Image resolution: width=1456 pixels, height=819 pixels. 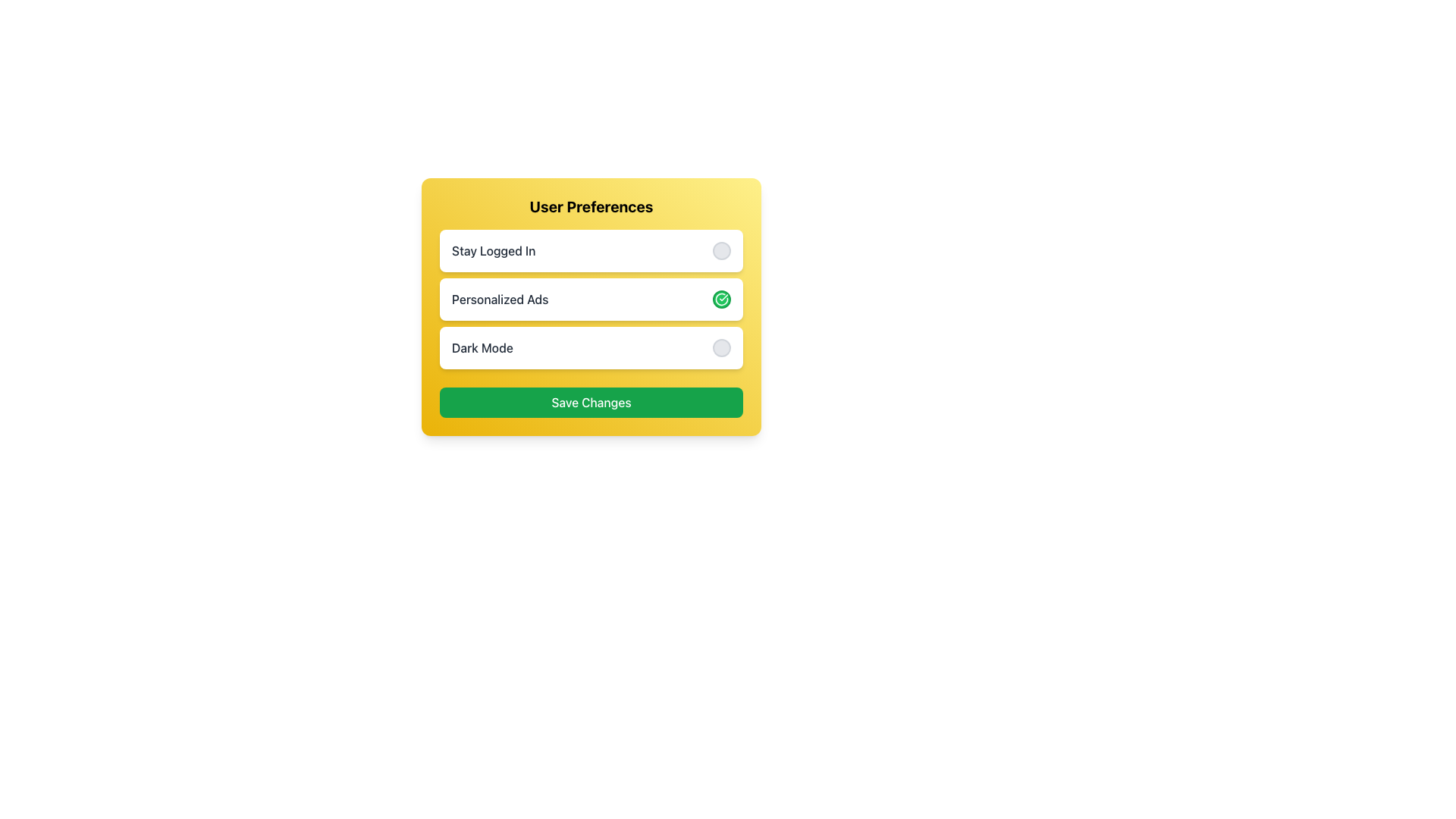 I want to click on the circular icon with a green background and white check mark, located in the second row of the preference toggle list next, so click(x=720, y=299).